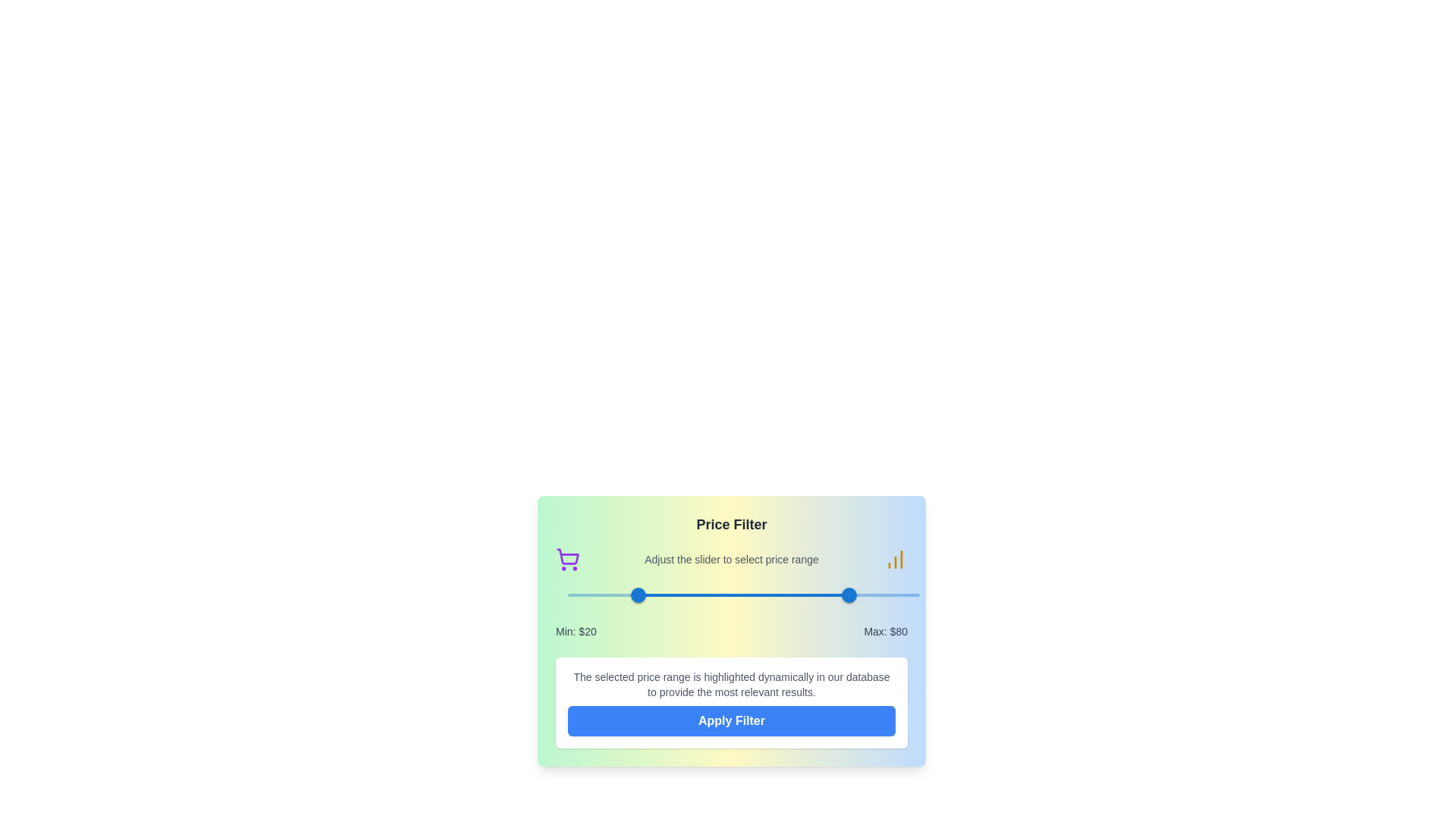 This screenshot has height=819, width=1456. What do you see at coordinates (567, 557) in the screenshot?
I see `the main body of the shopping cart icon, which is a rounded rectangle with a slanted bottom edge, located in the top left corner of the Price Filter card interface` at bounding box center [567, 557].